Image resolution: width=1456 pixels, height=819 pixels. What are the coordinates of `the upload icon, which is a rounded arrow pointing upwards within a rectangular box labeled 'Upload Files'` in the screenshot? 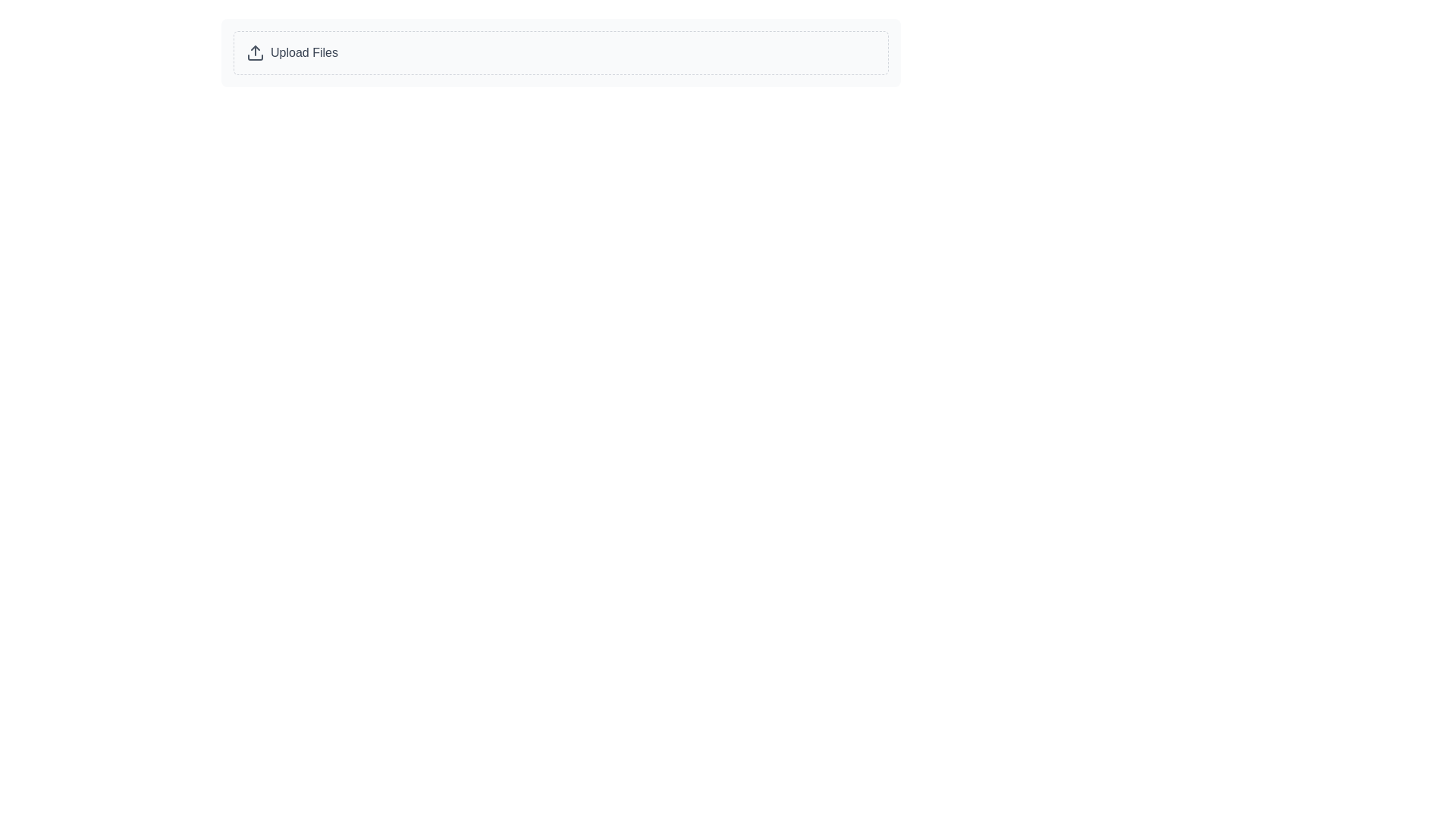 It's located at (255, 52).